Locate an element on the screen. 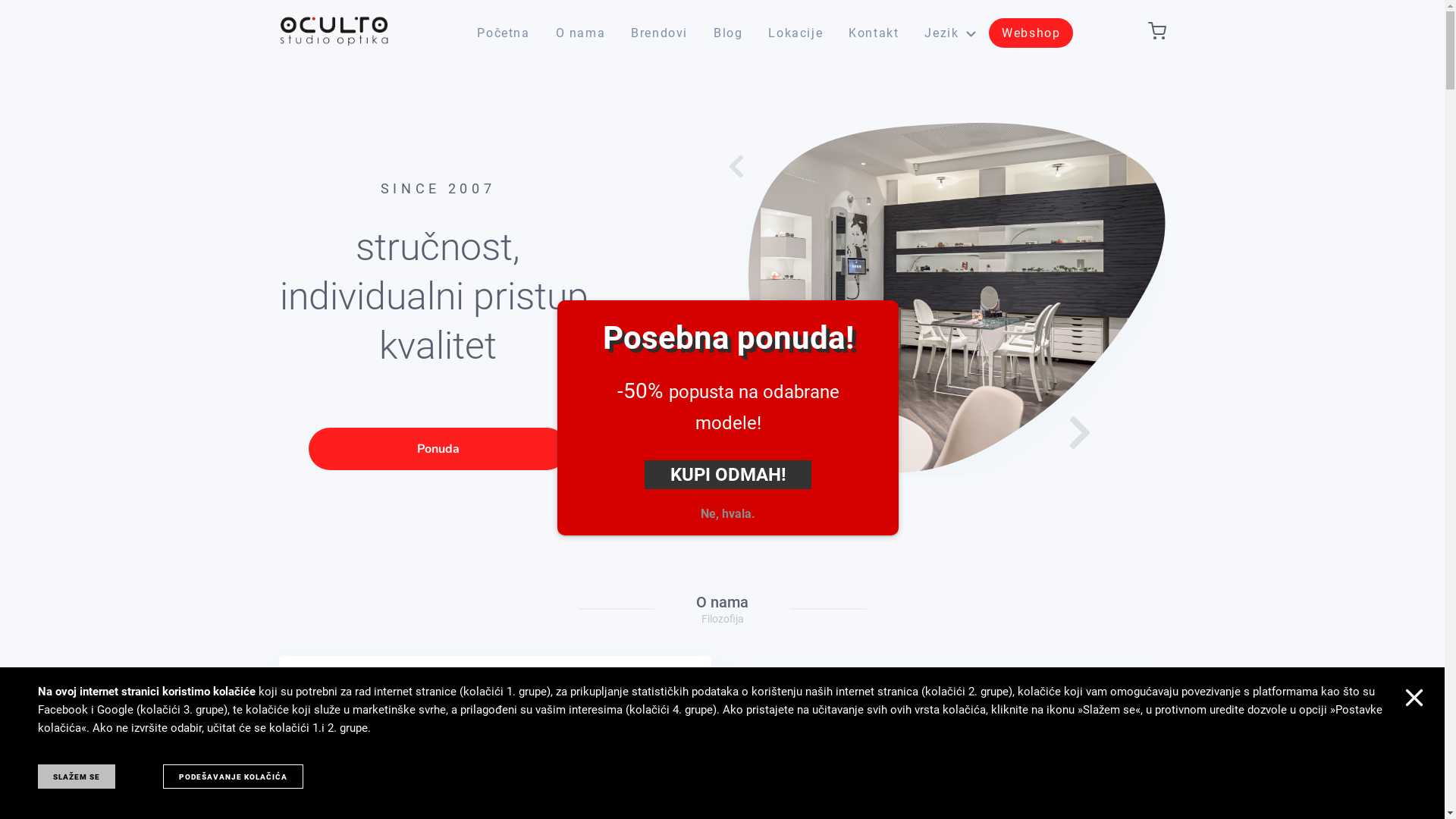 The height and width of the screenshot is (819, 1456). 'Blog' is located at coordinates (728, 33).